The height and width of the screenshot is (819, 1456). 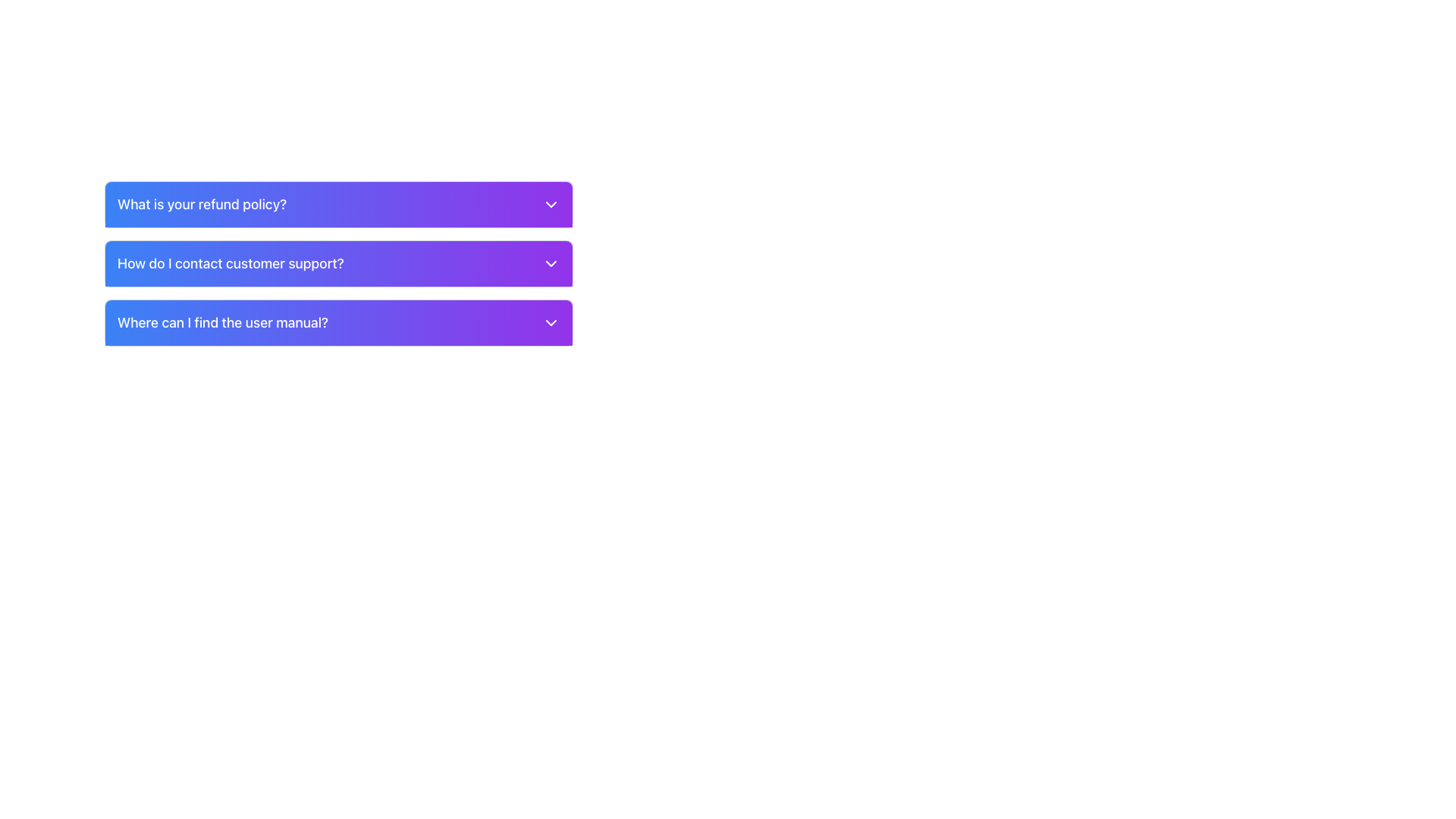 I want to click on the informational text label that serves as the title of a collapsible section regarding the refund policy, located above the sections for customer support and user manual, so click(x=201, y=205).